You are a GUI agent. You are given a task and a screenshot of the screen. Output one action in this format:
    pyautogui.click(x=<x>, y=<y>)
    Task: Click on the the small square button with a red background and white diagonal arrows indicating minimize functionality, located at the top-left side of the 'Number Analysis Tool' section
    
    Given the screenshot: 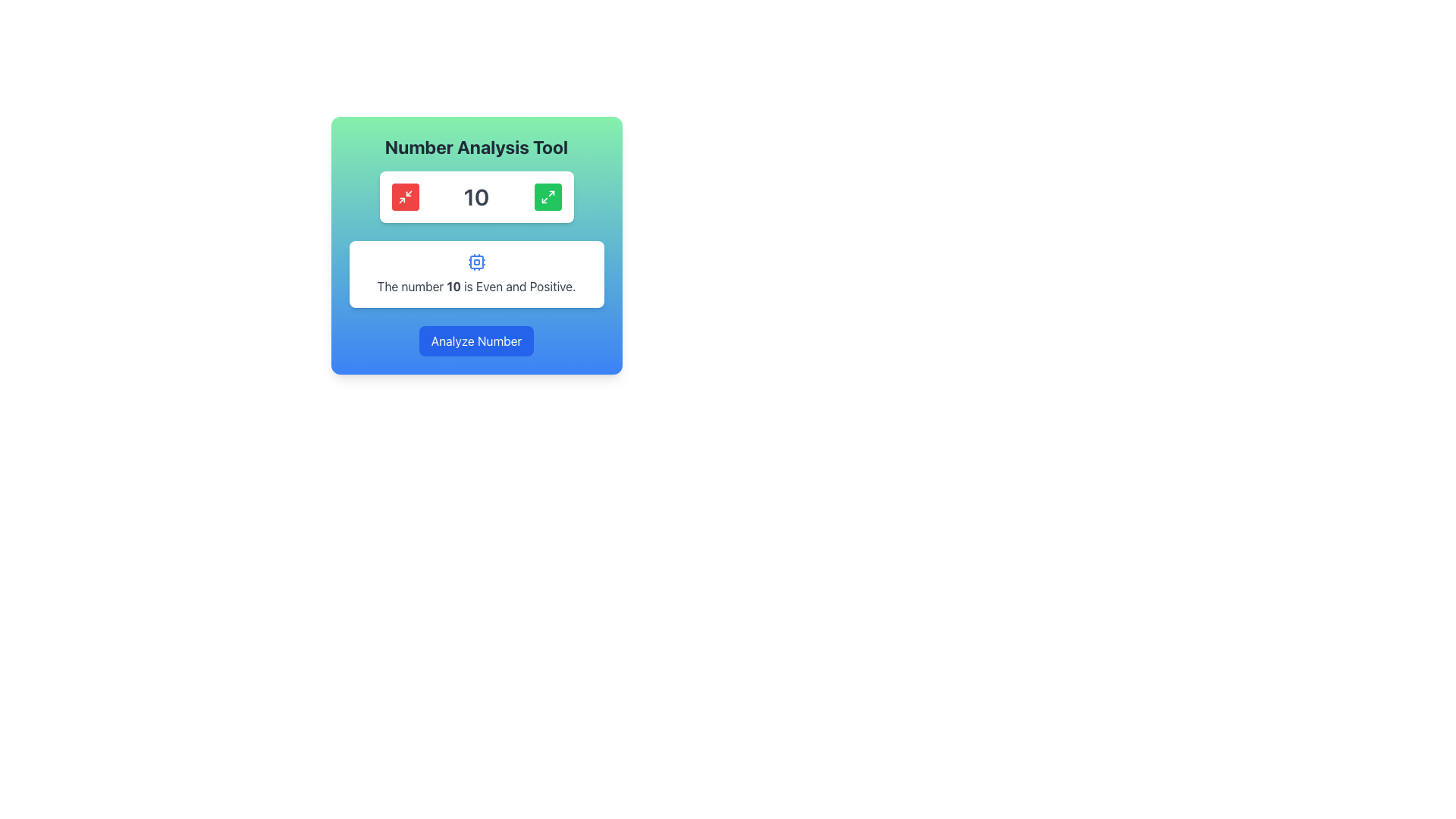 What is the action you would take?
    pyautogui.click(x=405, y=196)
    